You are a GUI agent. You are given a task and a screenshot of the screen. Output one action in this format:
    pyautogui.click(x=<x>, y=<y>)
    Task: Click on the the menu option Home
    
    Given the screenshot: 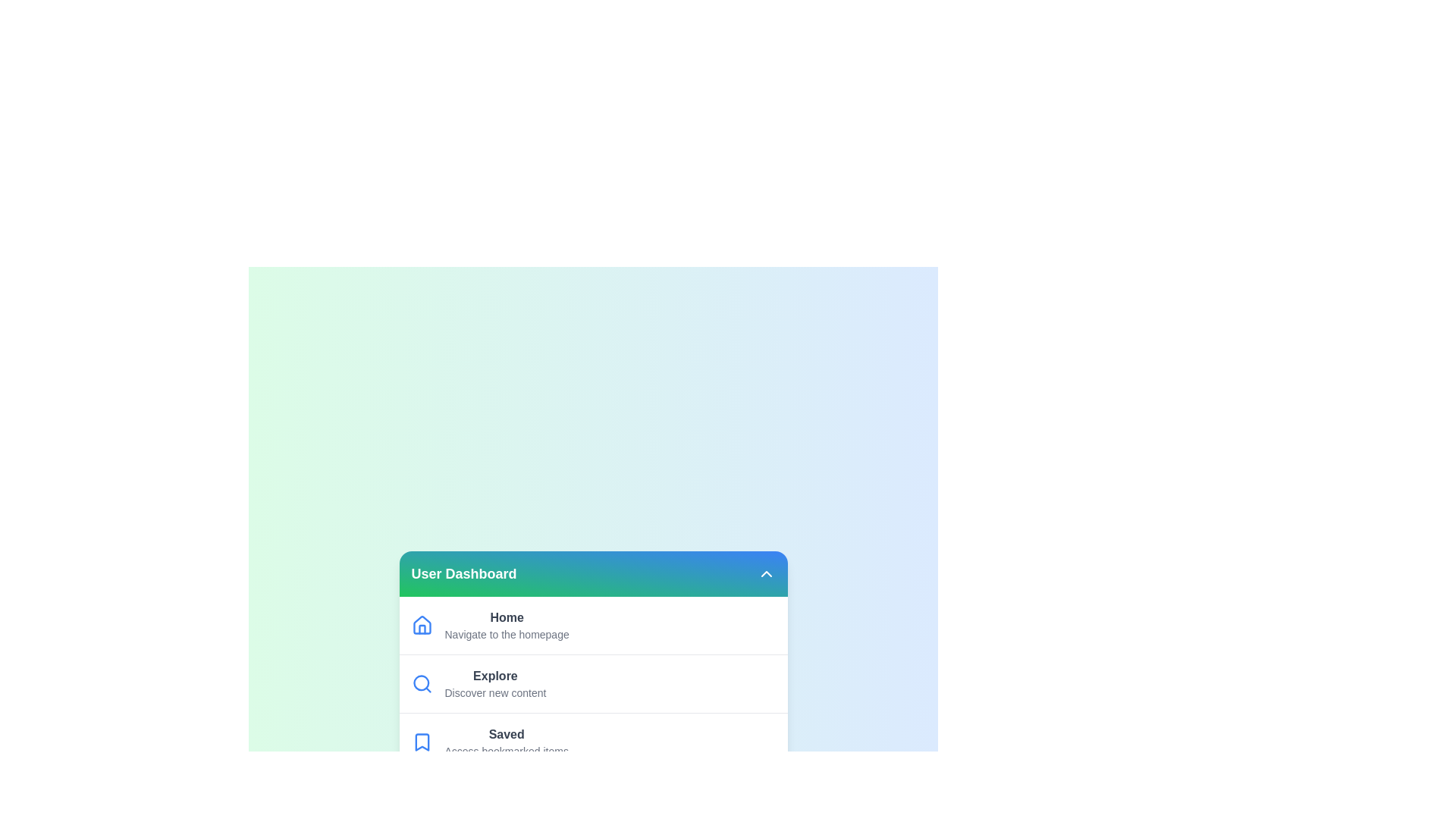 What is the action you would take?
    pyautogui.click(x=592, y=626)
    